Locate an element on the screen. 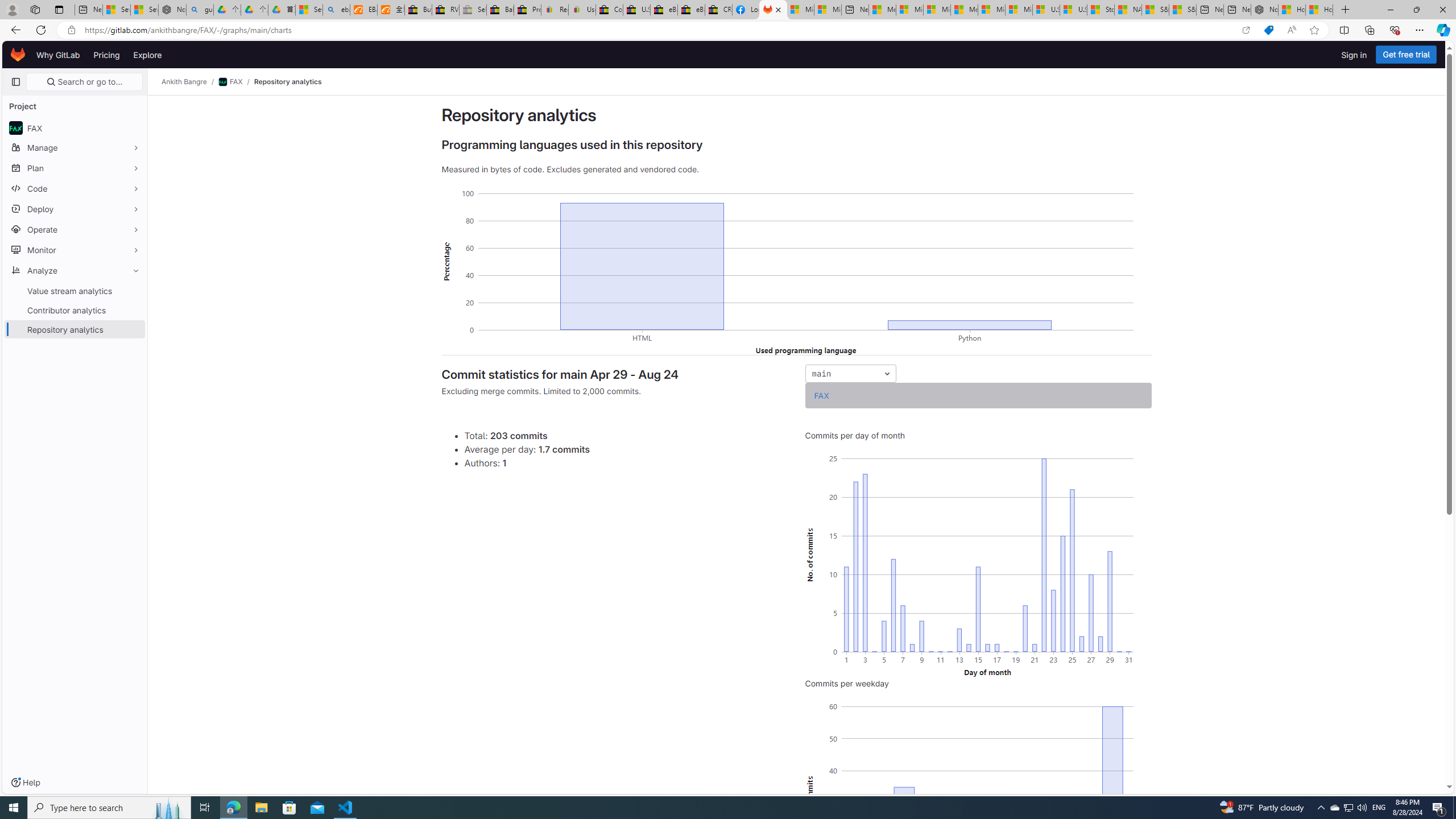 This screenshot has width=1456, height=819. 'Register: Create a personal eBay account' is located at coordinates (554, 9).